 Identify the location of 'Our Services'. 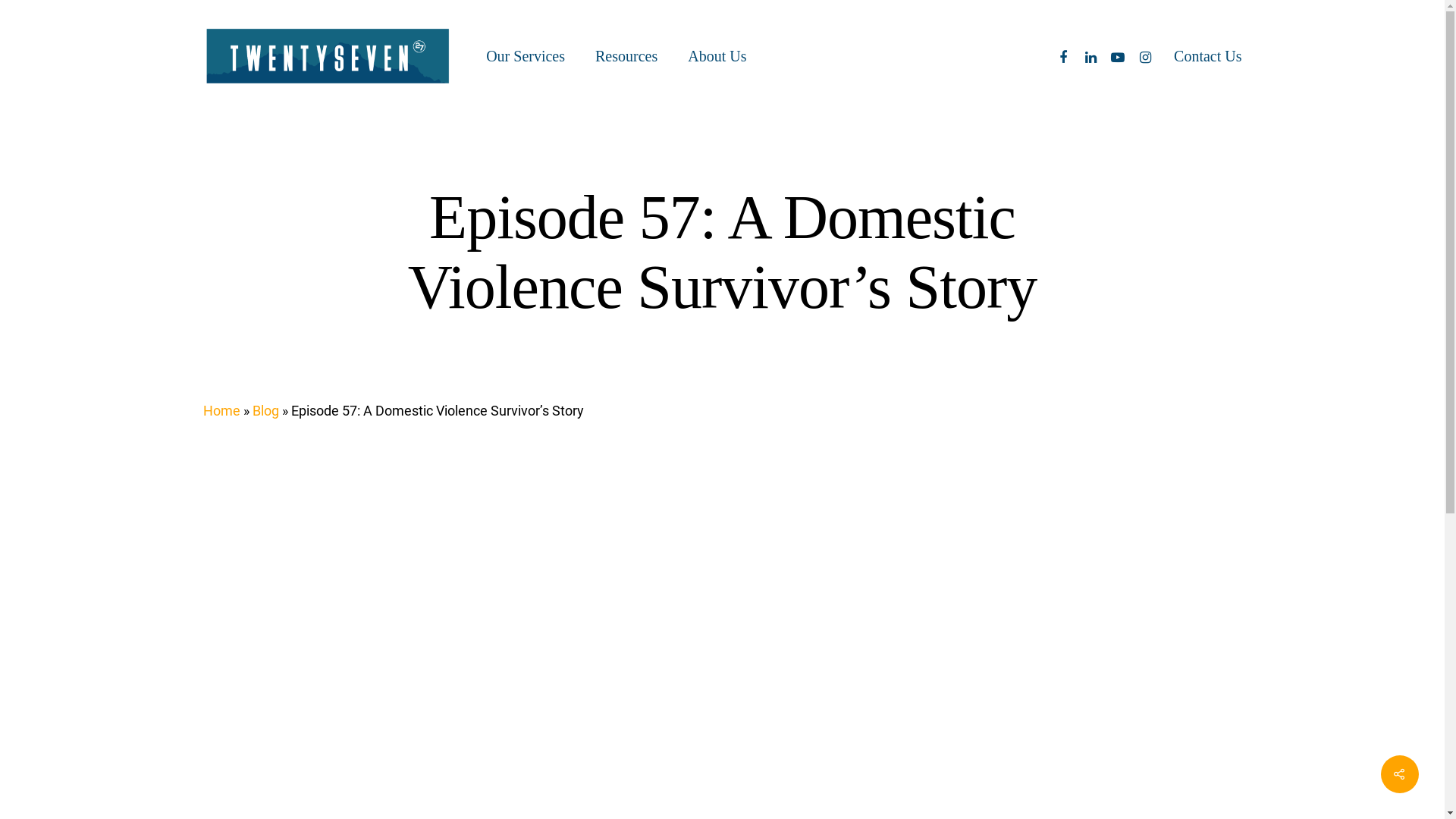
(525, 55).